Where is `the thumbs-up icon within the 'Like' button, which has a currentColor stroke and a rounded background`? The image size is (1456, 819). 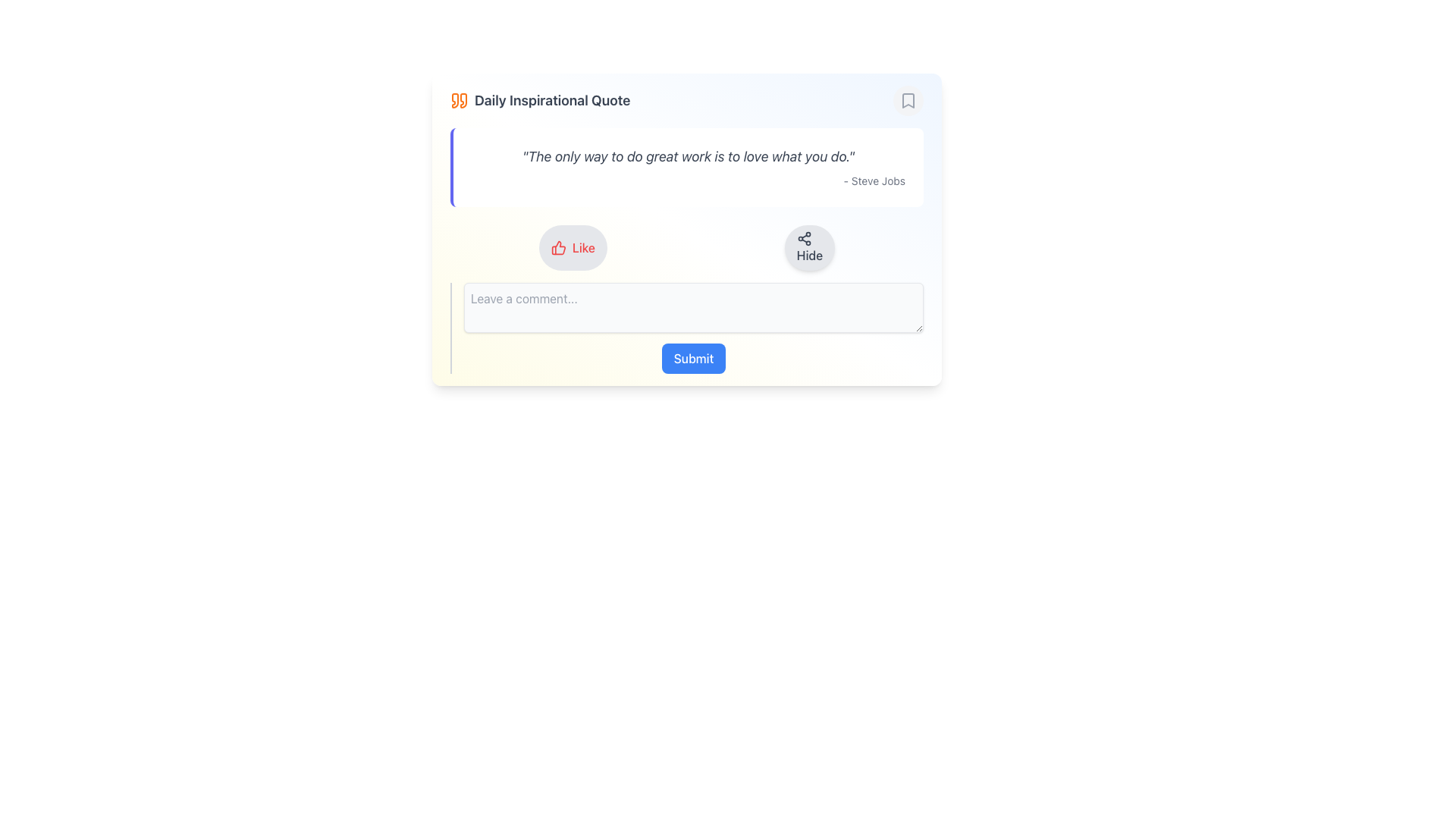
the thumbs-up icon within the 'Like' button, which has a currentColor stroke and a rounded background is located at coordinates (557, 247).